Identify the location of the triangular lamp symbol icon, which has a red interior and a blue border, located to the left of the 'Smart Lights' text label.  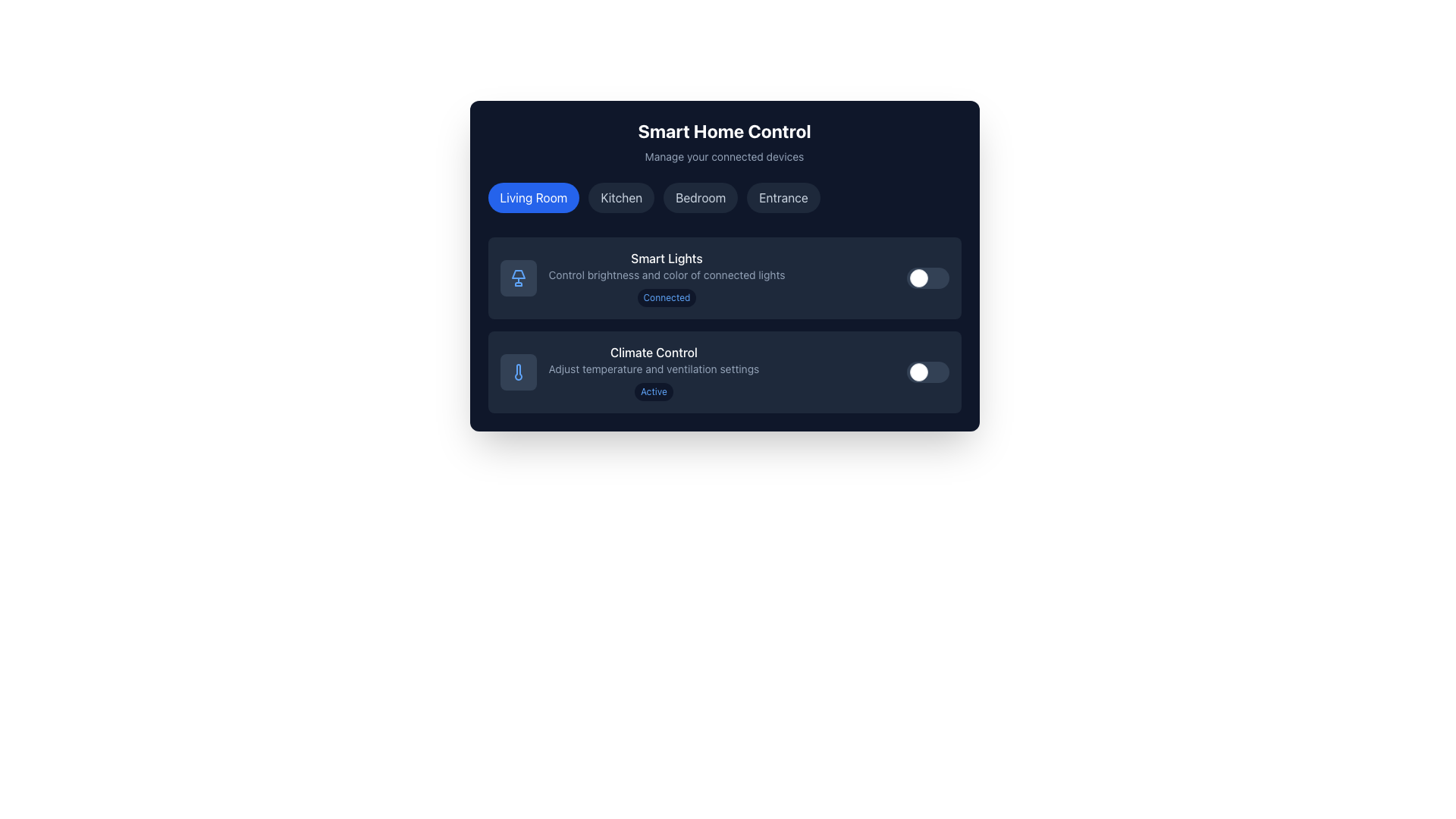
(518, 275).